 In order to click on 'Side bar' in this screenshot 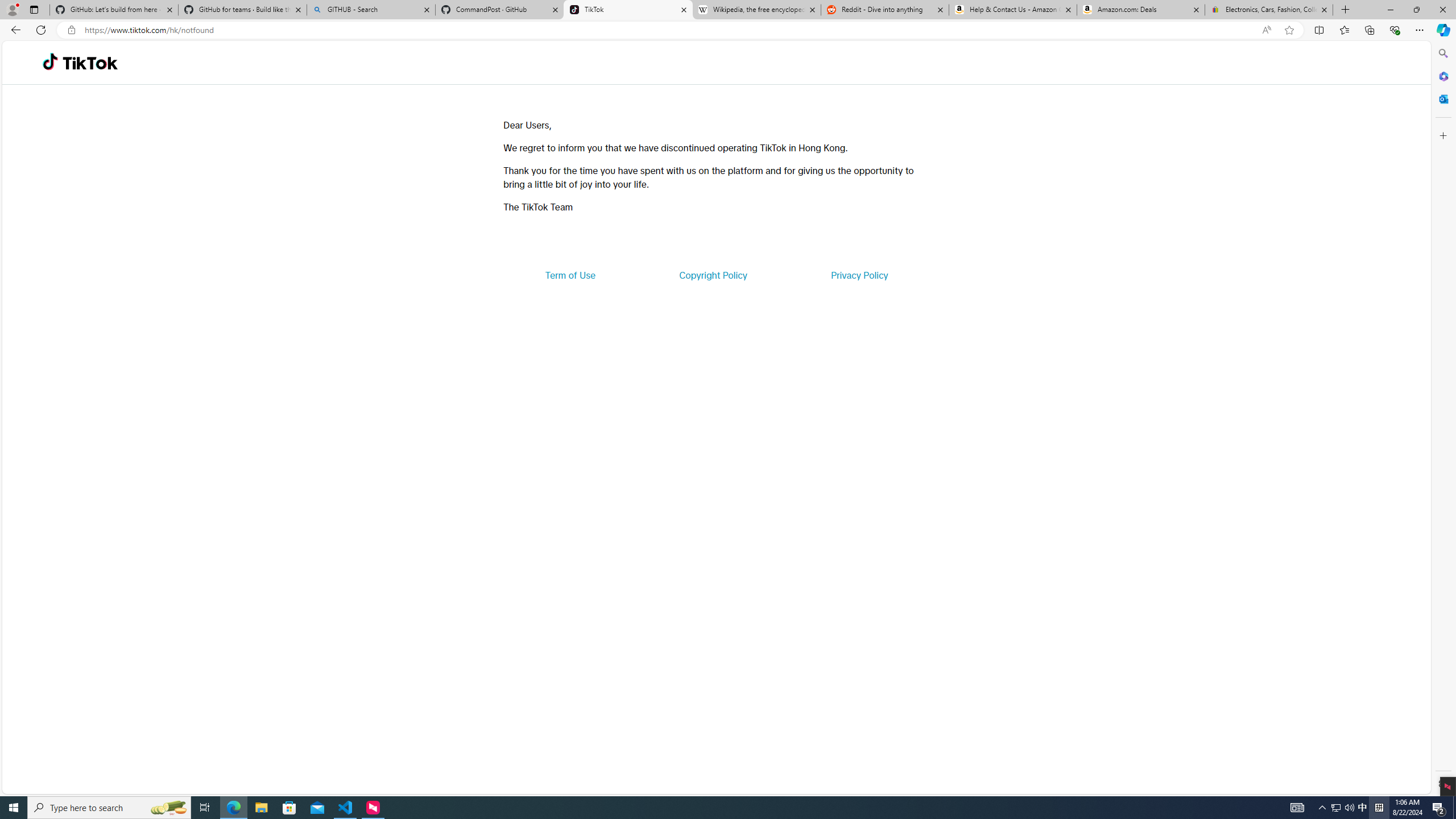, I will do `click(1443, 418)`.